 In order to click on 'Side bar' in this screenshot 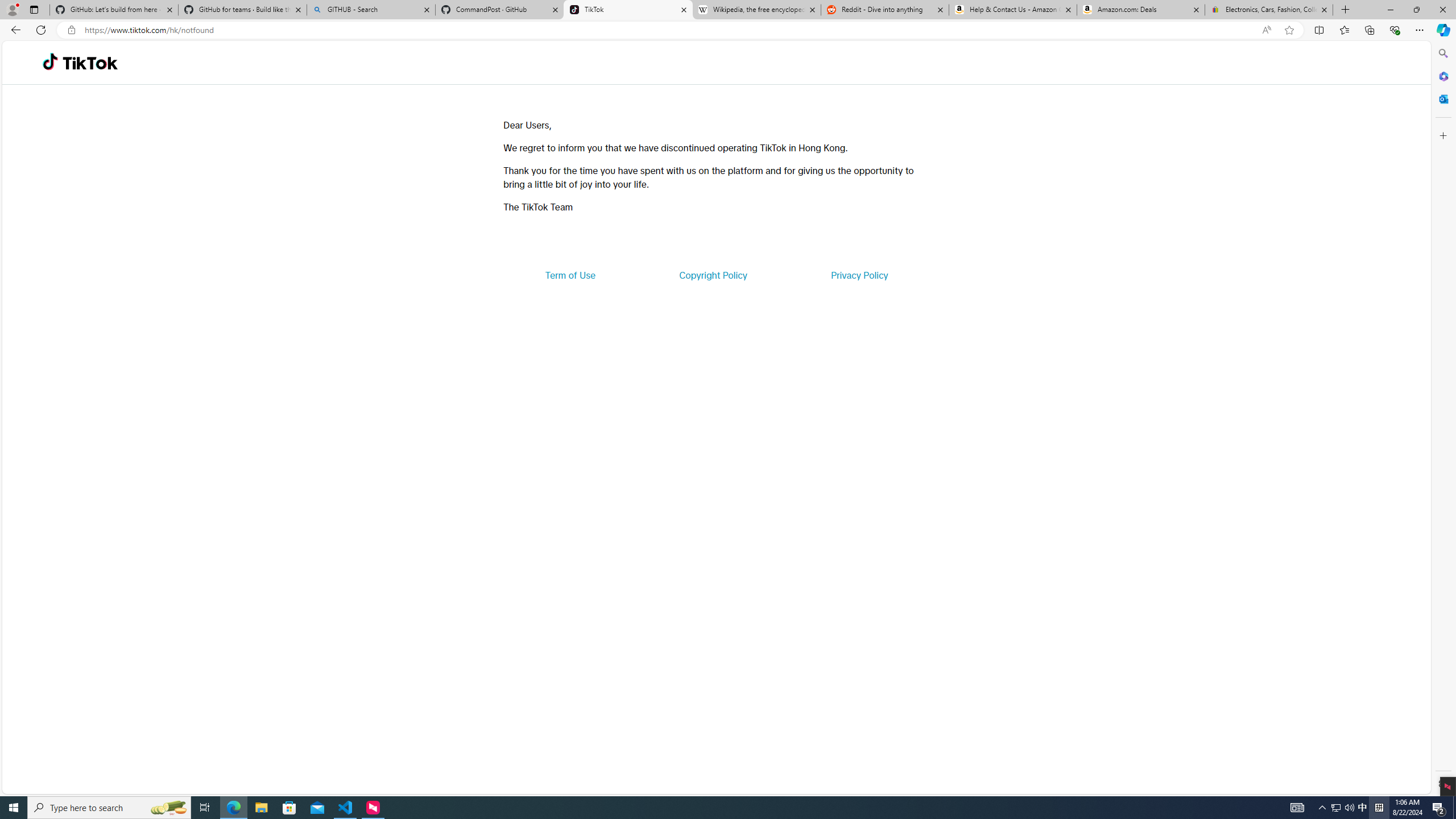, I will do `click(1443, 418)`.